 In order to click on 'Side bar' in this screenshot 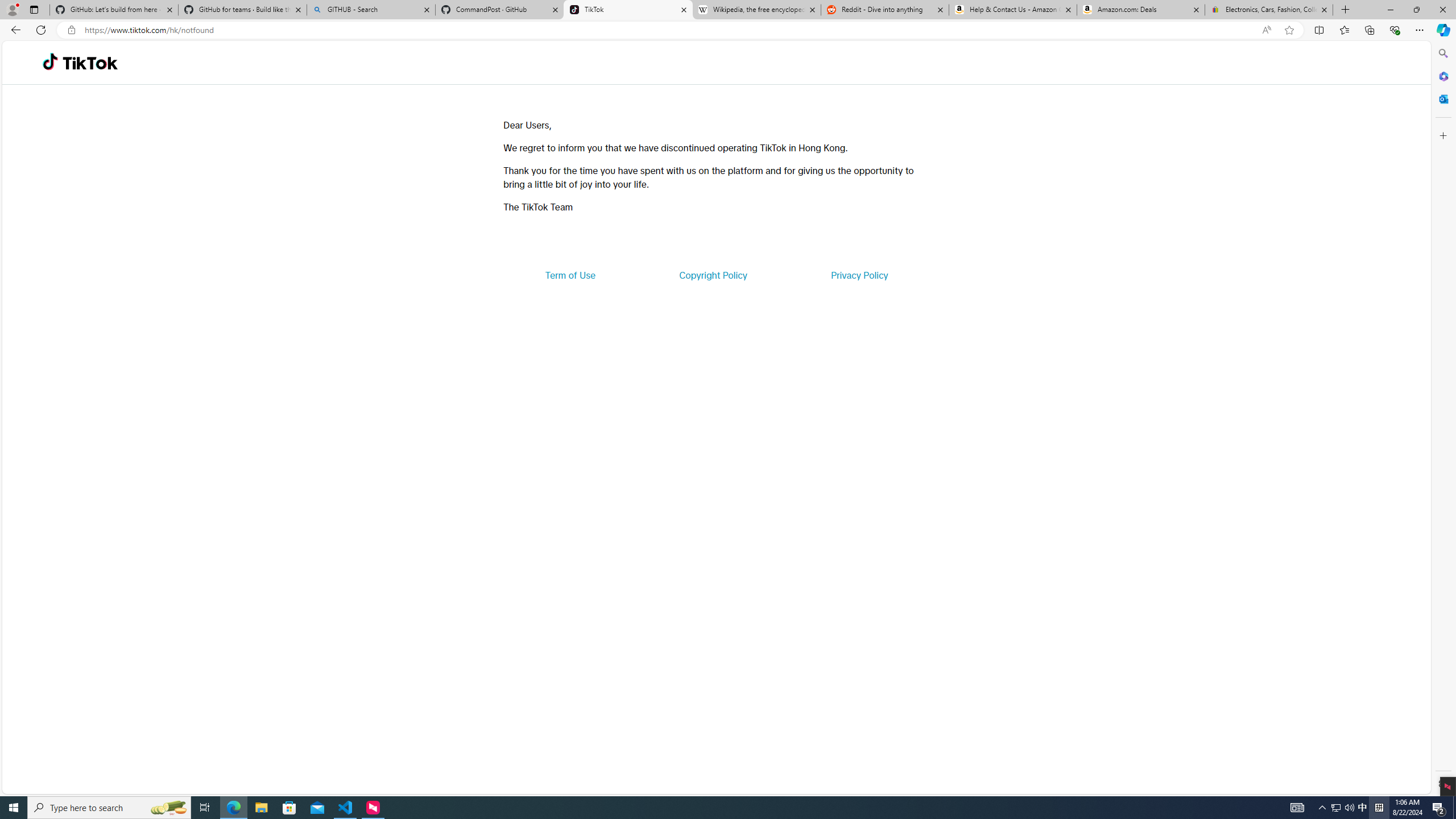, I will do `click(1443, 418)`.